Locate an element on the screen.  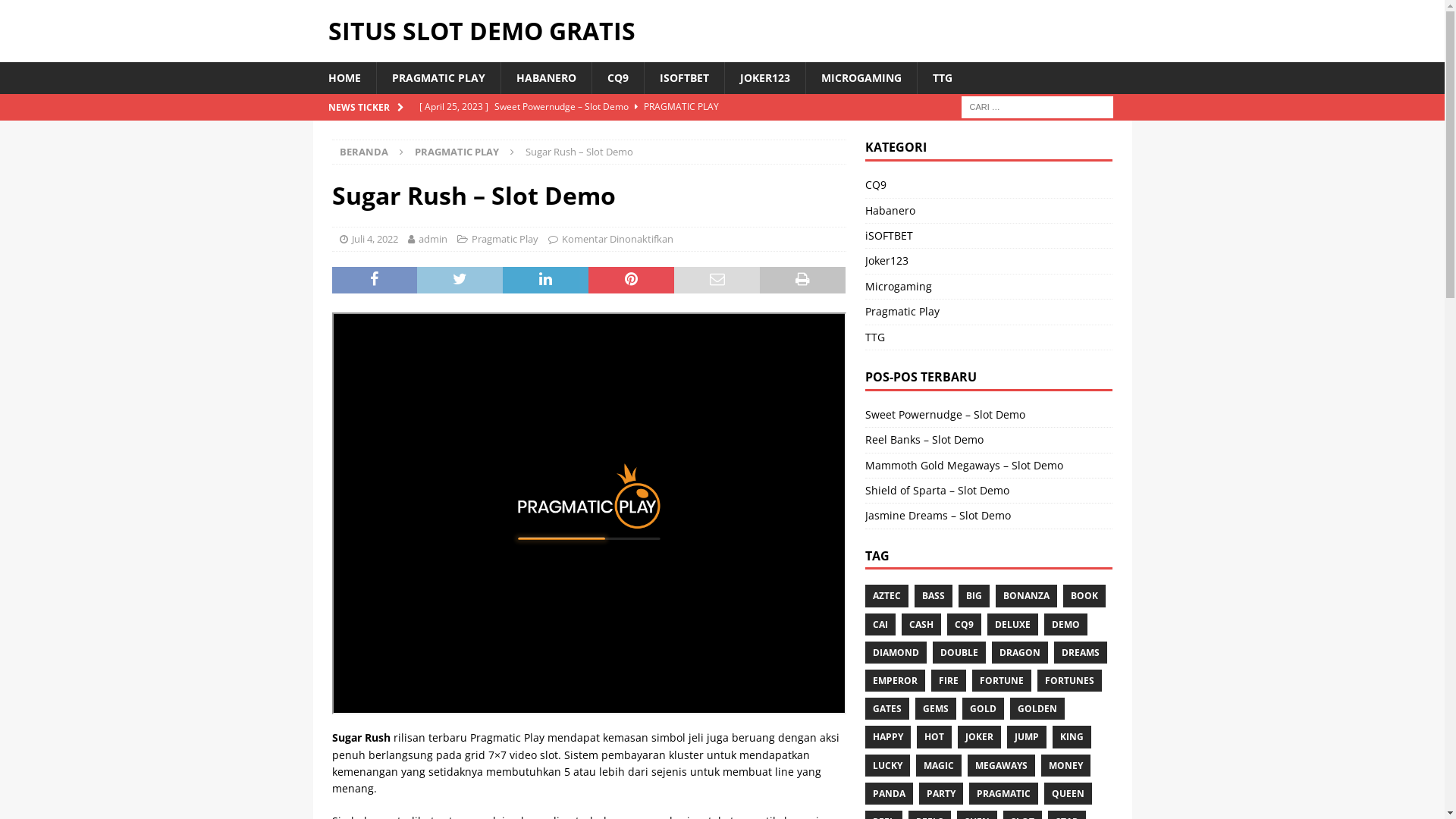
'EMPEROR' is located at coordinates (865, 679).